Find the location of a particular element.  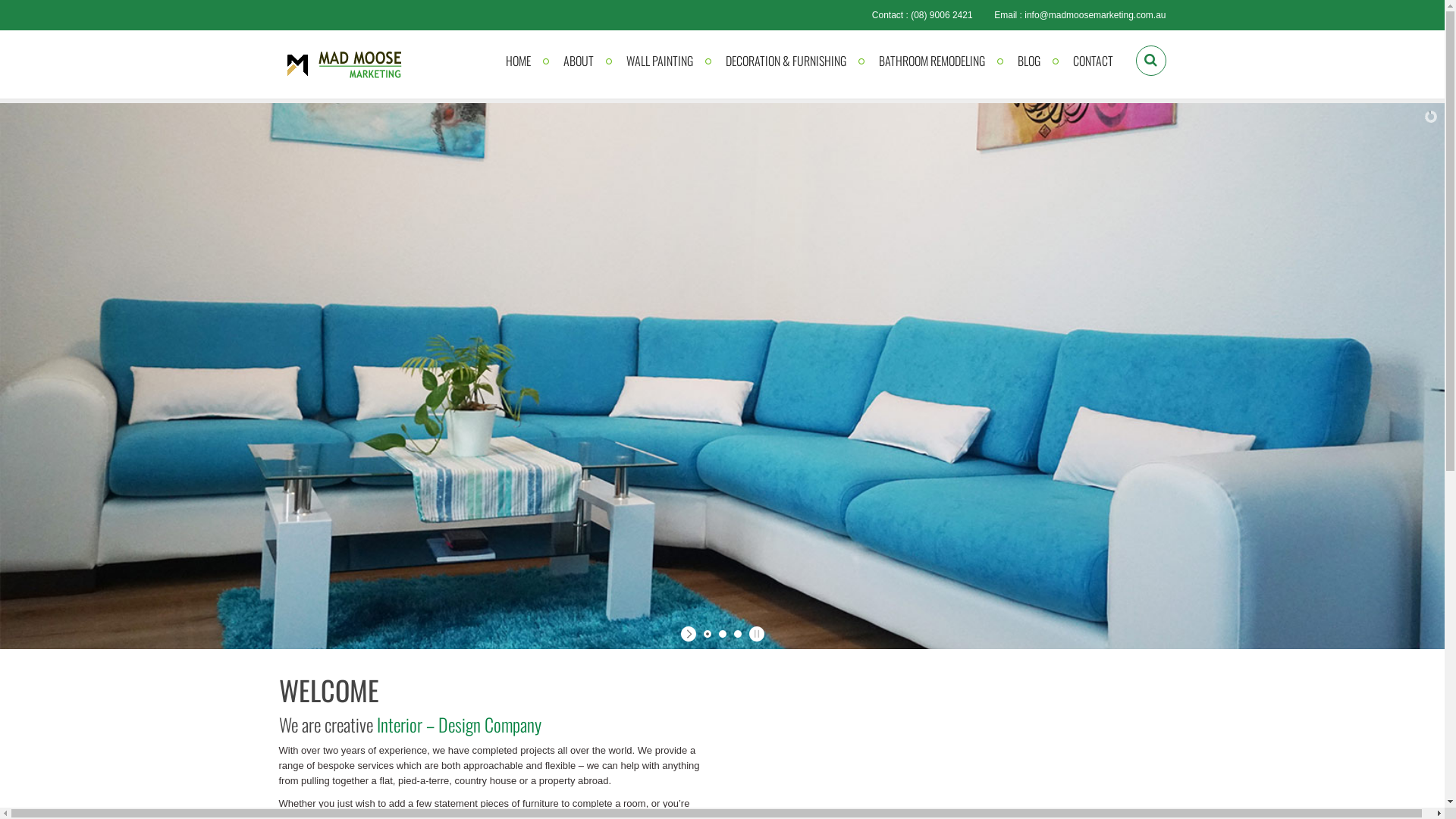

'WALL PAINTING' is located at coordinates (659, 60).